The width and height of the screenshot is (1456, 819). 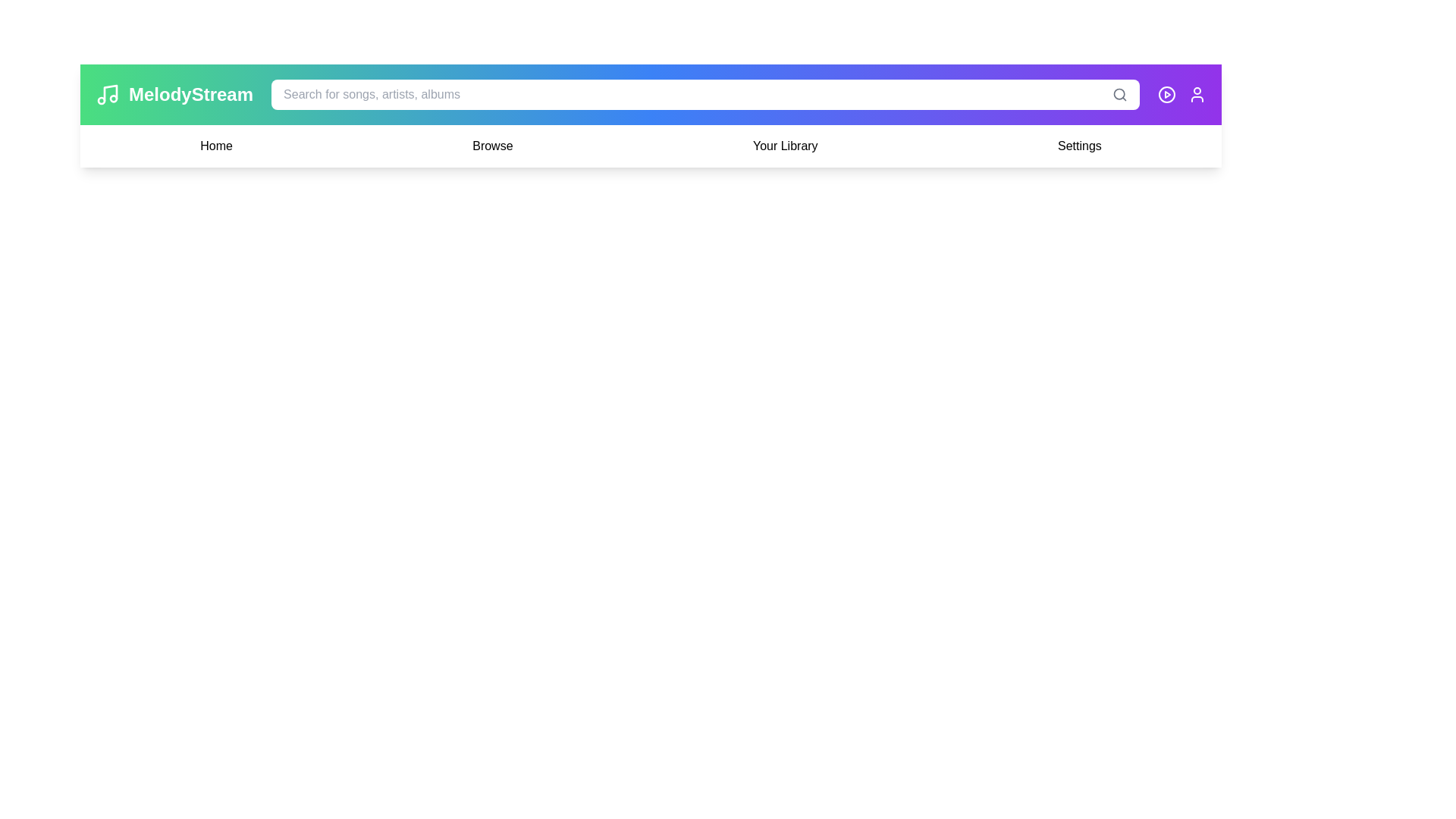 I want to click on the menu item Browse from the navigation bar, so click(x=492, y=146).